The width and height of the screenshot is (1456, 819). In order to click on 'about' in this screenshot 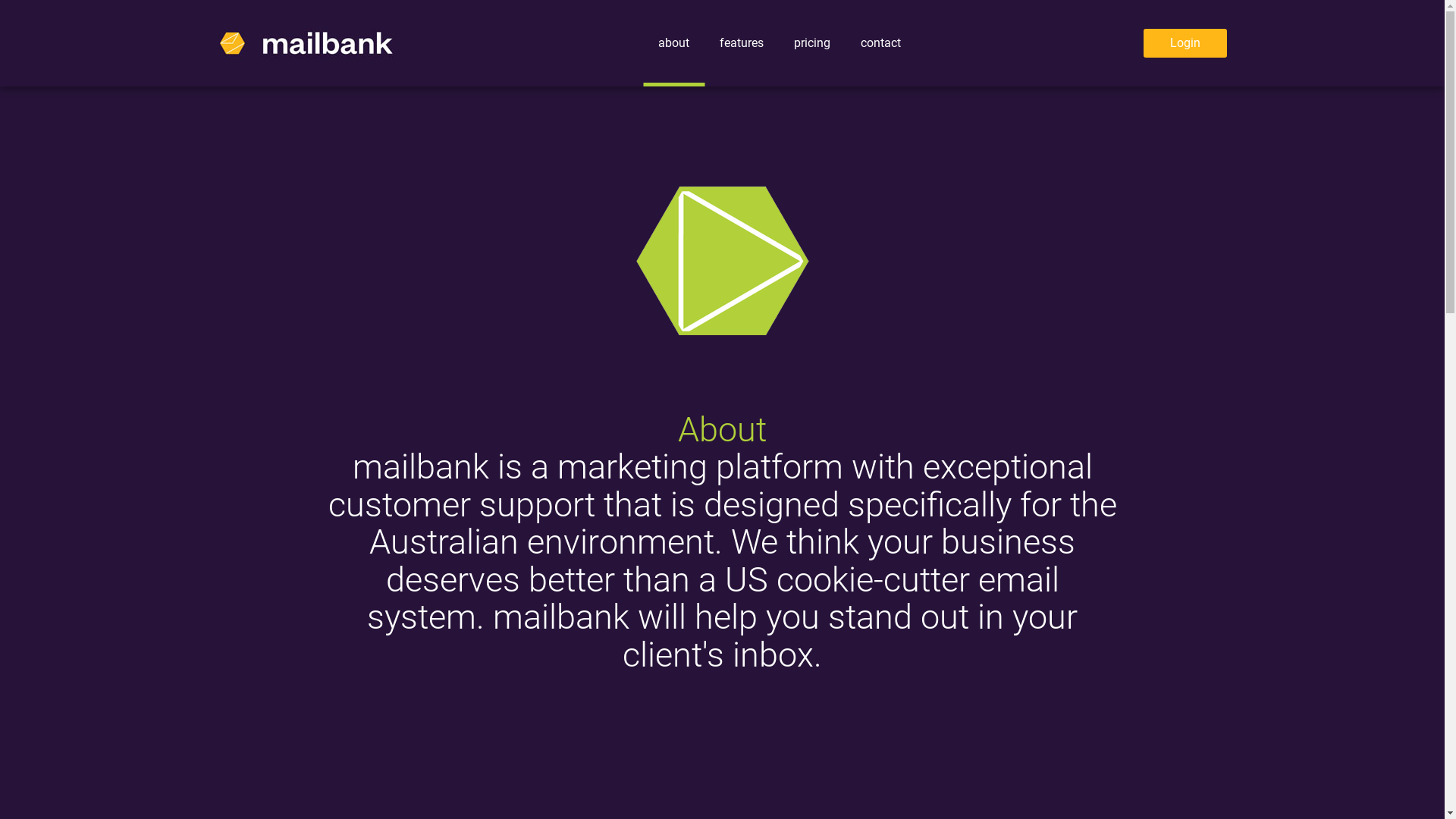, I will do `click(673, 42)`.